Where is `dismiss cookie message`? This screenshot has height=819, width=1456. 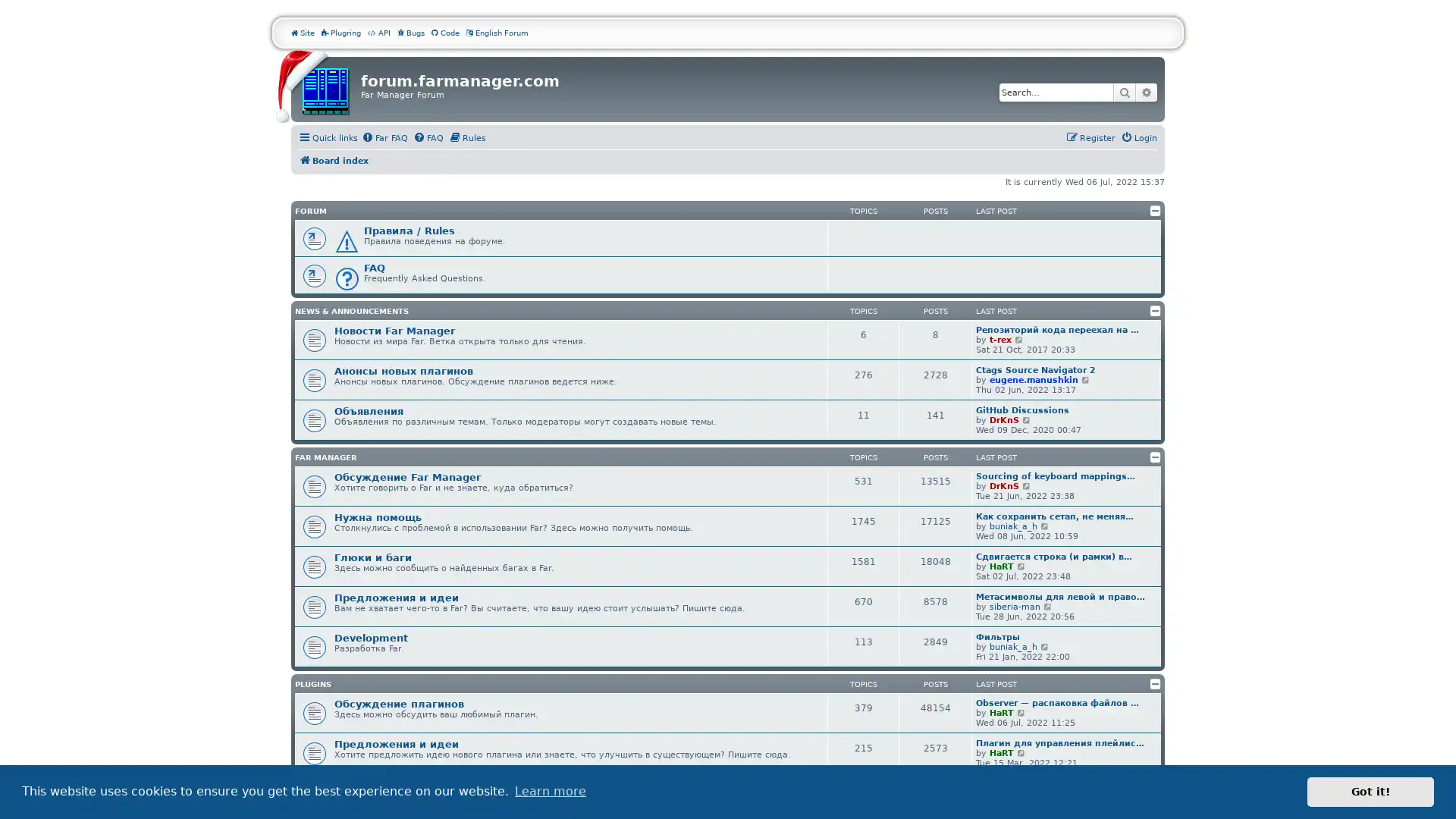 dismiss cookie message is located at coordinates (1370, 791).